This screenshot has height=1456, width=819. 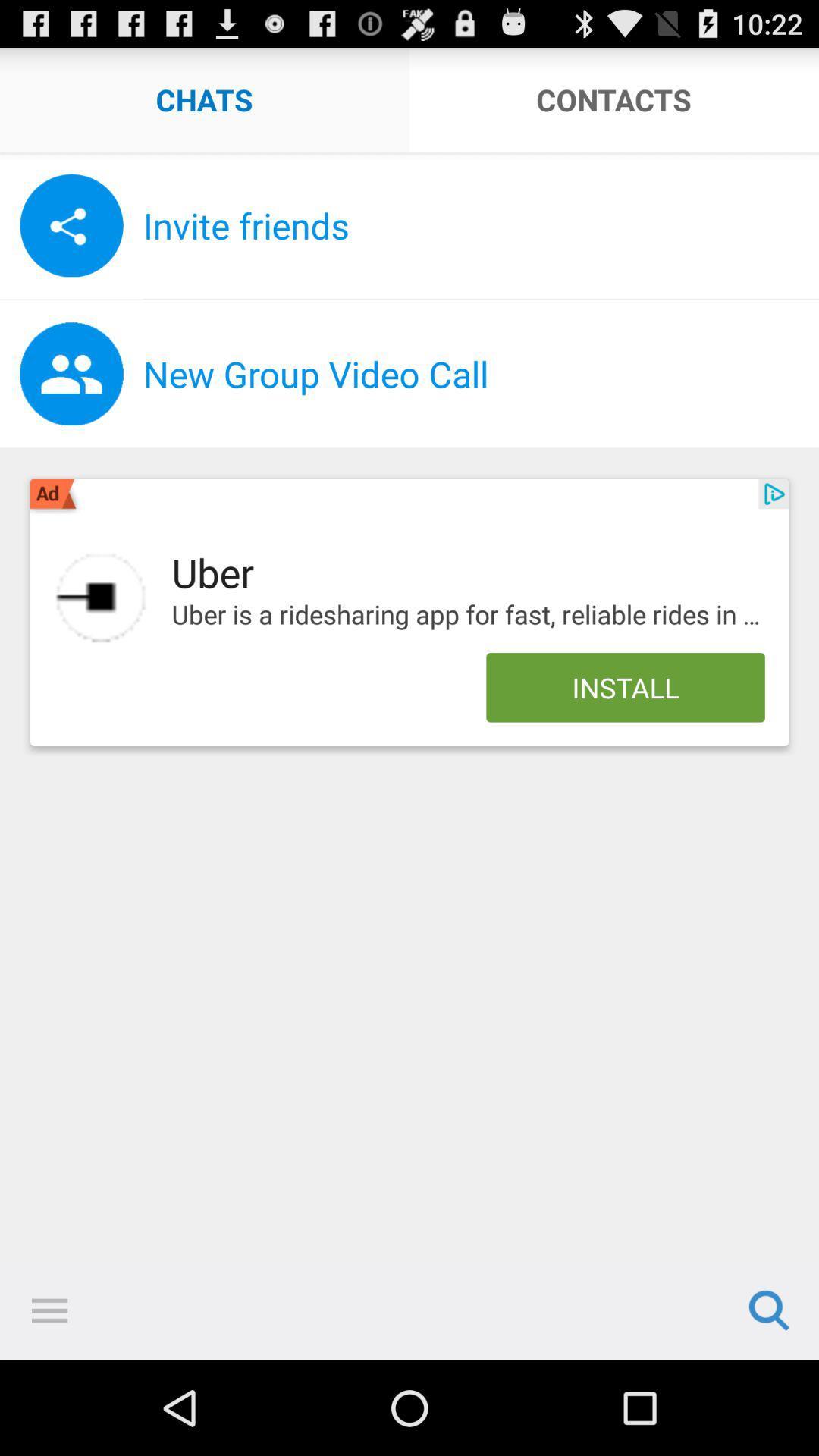 What do you see at coordinates (626, 686) in the screenshot?
I see `app below the uber is a item` at bounding box center [626, 686].